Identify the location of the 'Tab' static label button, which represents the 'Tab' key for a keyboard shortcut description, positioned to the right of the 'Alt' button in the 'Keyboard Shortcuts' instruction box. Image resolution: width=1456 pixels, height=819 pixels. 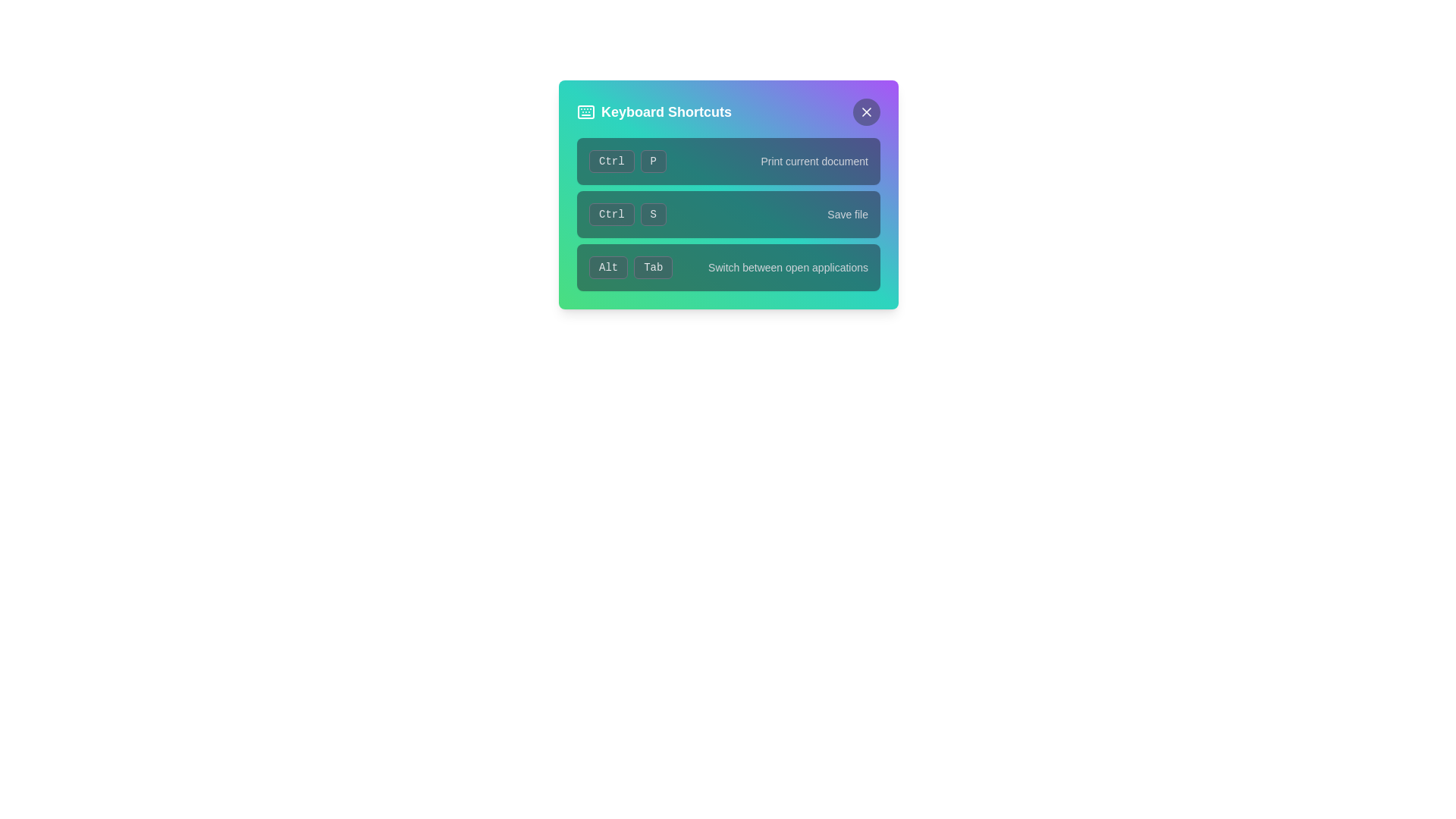
(653, 267).